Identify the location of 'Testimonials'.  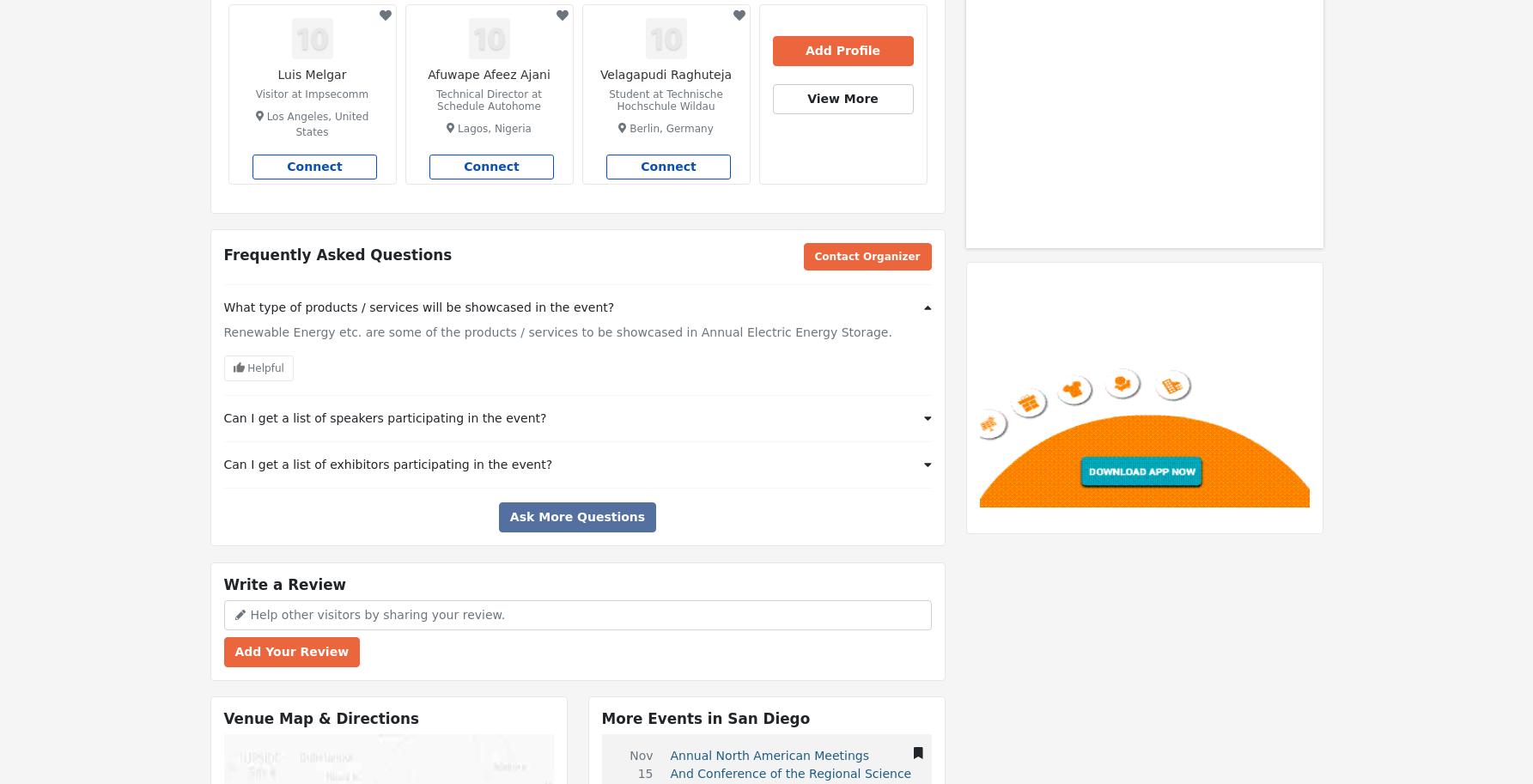
(807, 15).